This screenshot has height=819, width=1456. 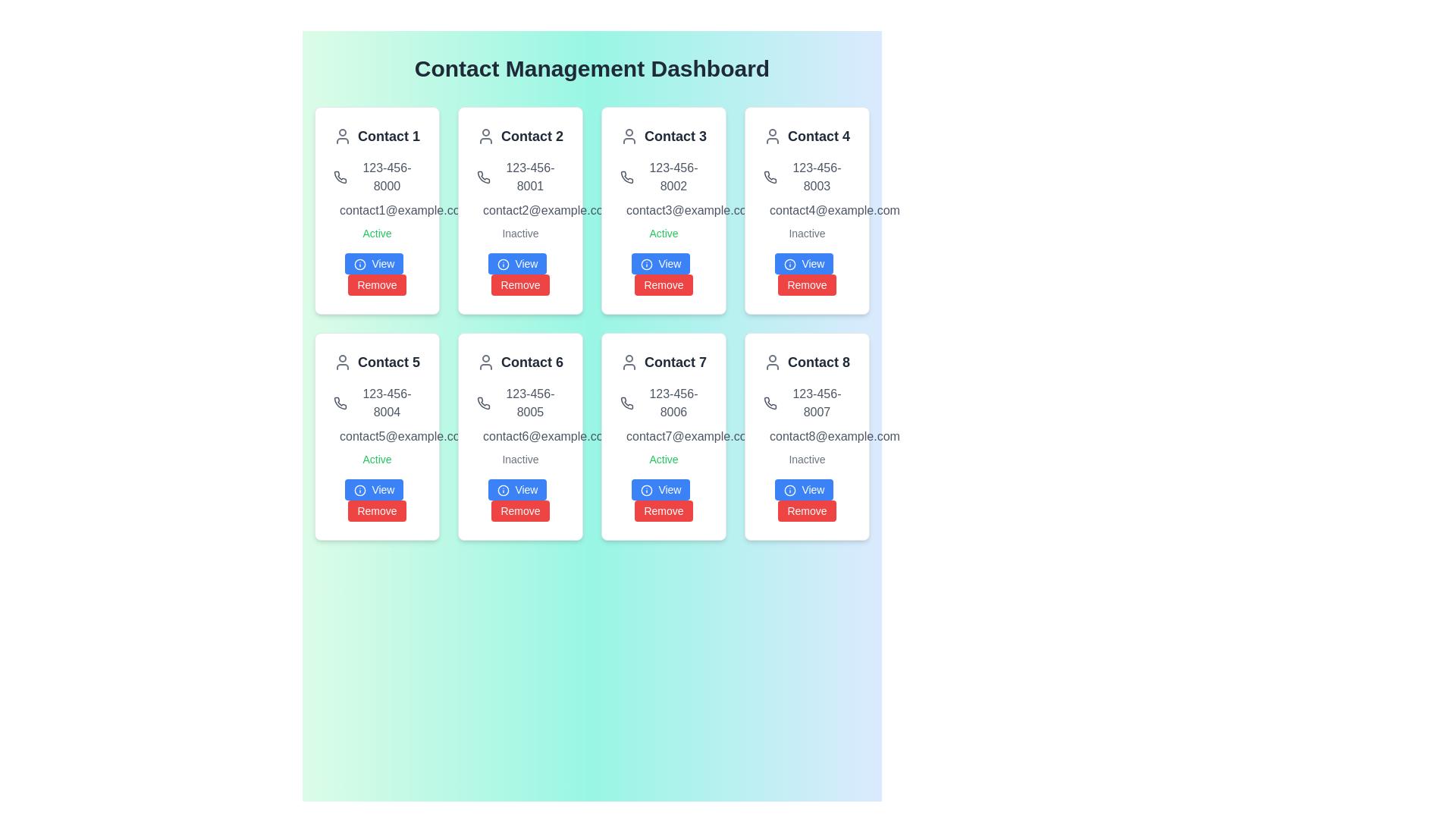 I want to click on the text label reading 'Contact 8' styled with a bold font in dark gray located in the bottom-right corner of a grid layout, so click(x=818, y=362).